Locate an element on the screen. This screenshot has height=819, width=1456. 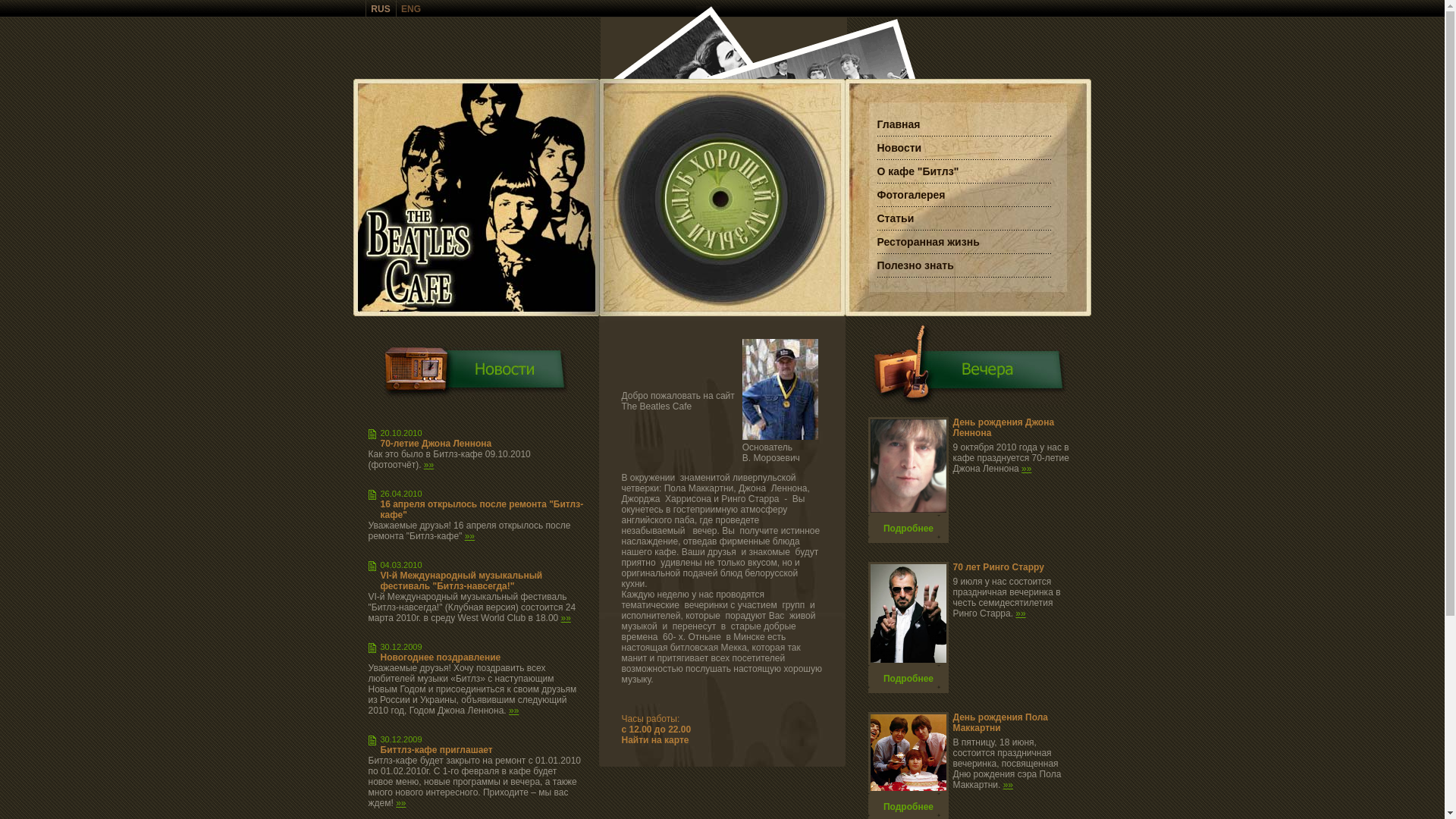
'26.04.2010' is located at coordinates (401, 494).